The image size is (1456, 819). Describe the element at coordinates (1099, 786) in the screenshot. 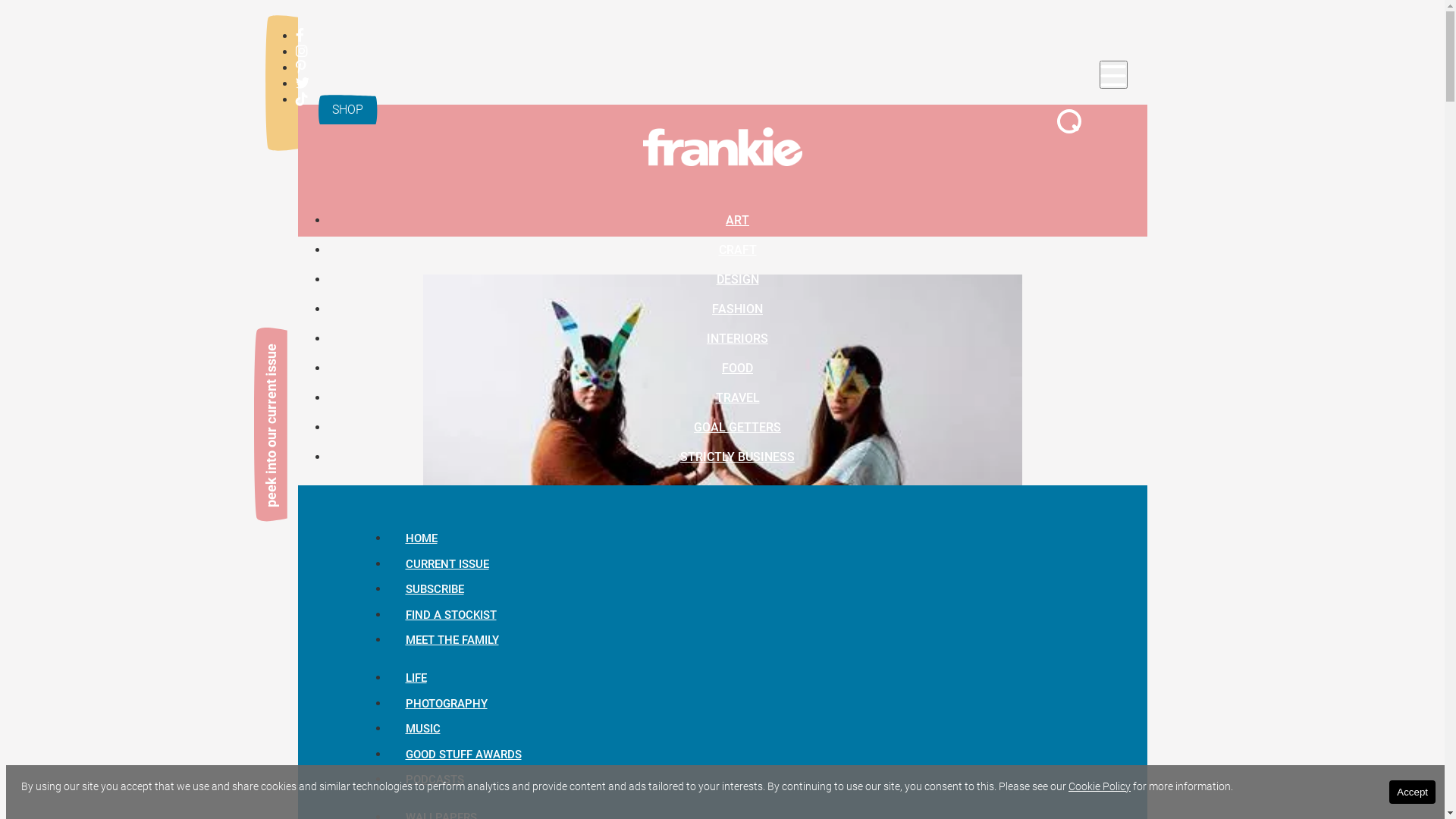

I see `'Cookie Policy'` at that location.